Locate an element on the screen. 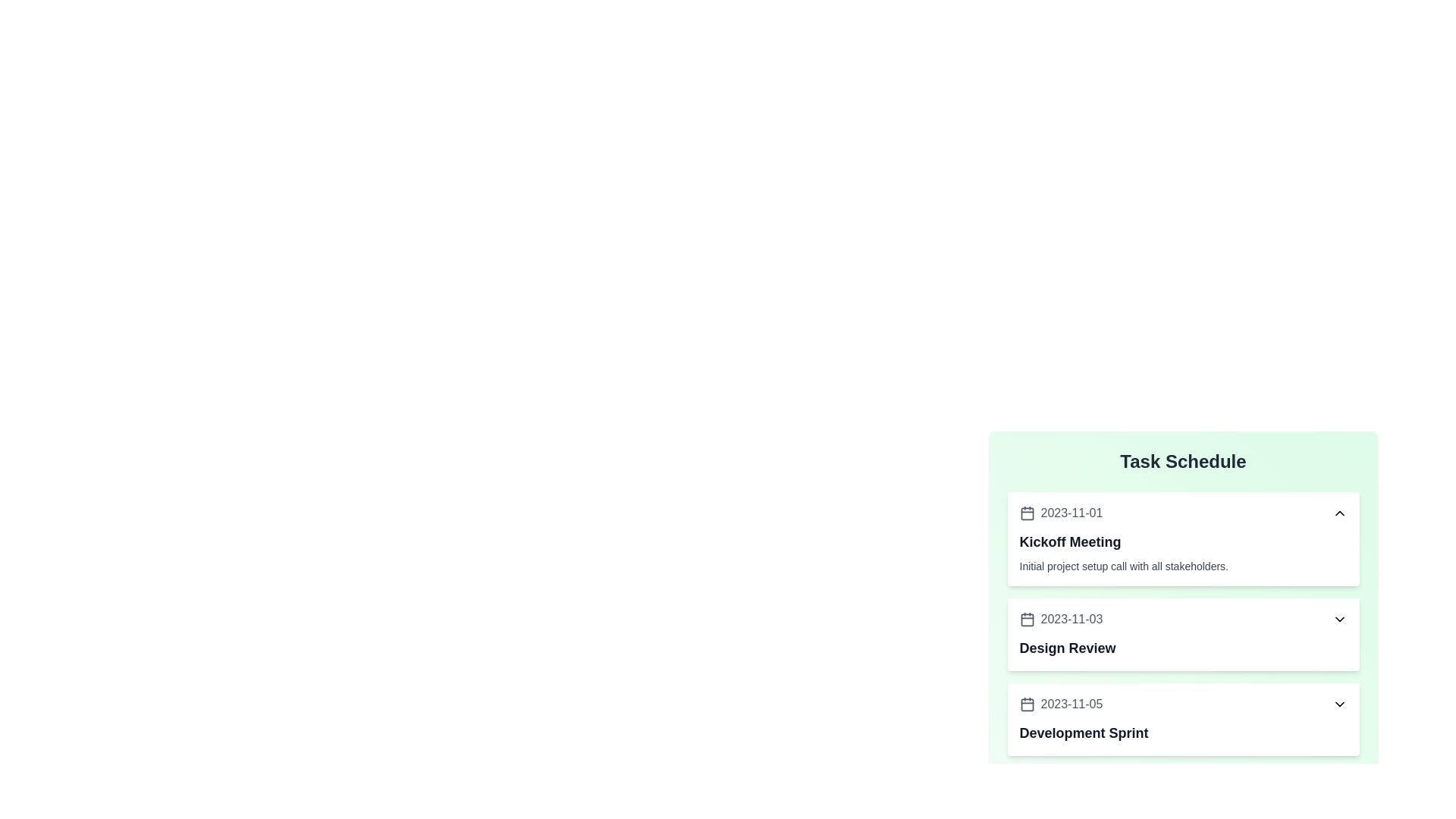 Image resolution: width=1456 pixels, height=819 pixels. the text of the task details for the task on 2023-11-01 is located at coordinates (1182, 538).